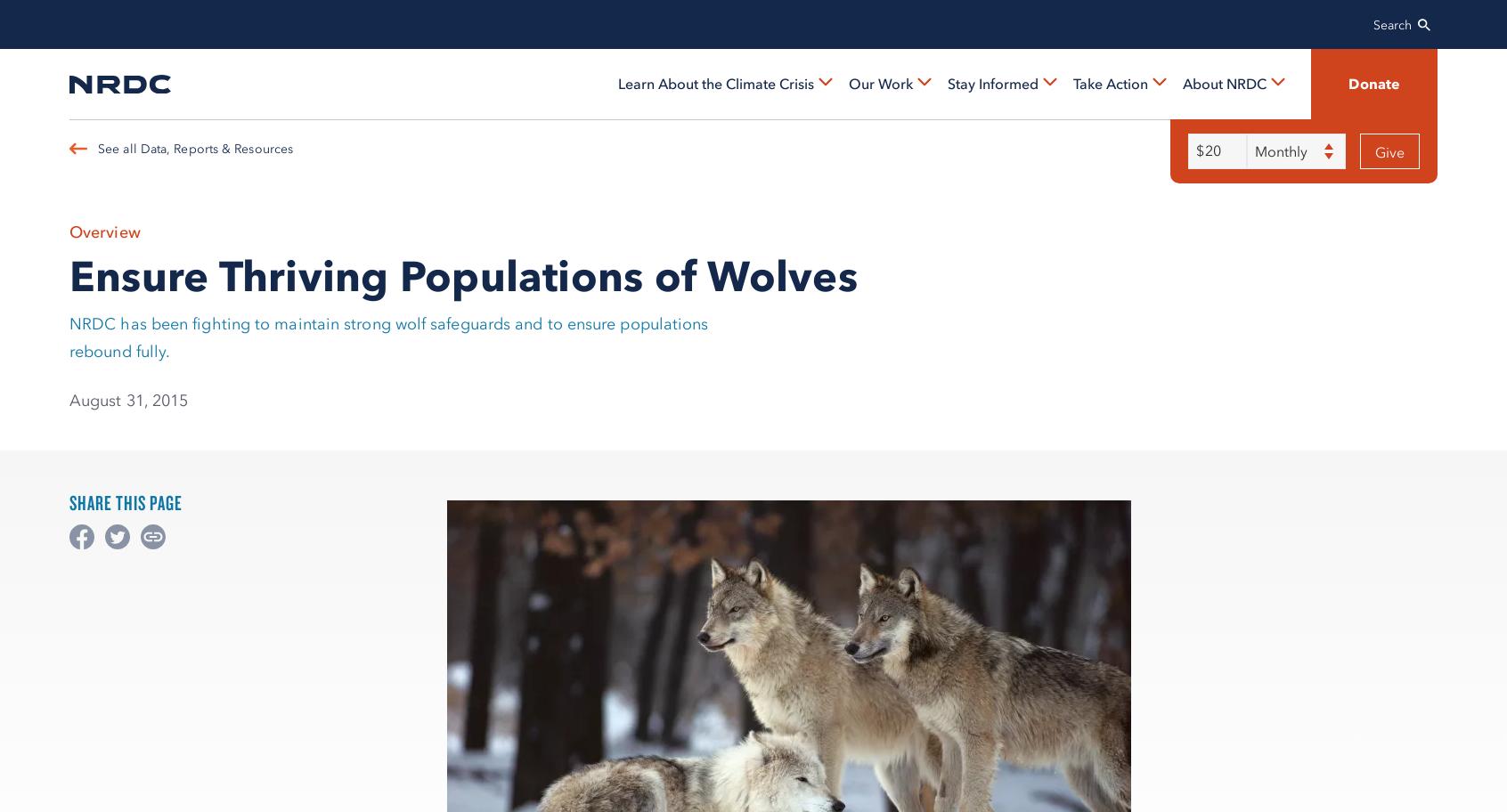  What do you see at coordinates (1392, 25) in the screenshot?
I see `'Search'` at bounding box center [1392, 25].